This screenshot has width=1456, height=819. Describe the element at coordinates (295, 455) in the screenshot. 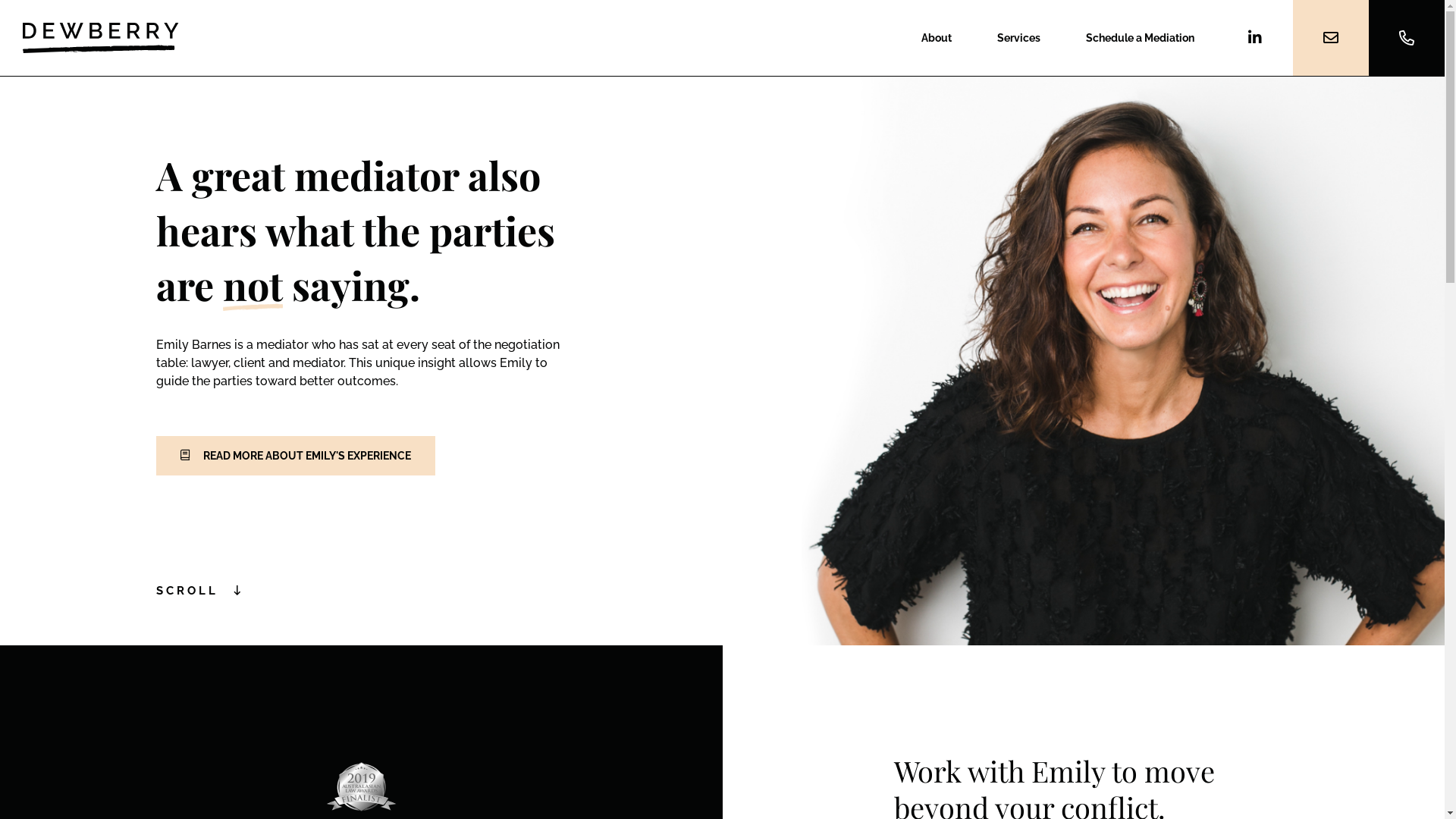

I see `'READ MORE ABOUT EMILY'S EXPERIENCE'` at that location.